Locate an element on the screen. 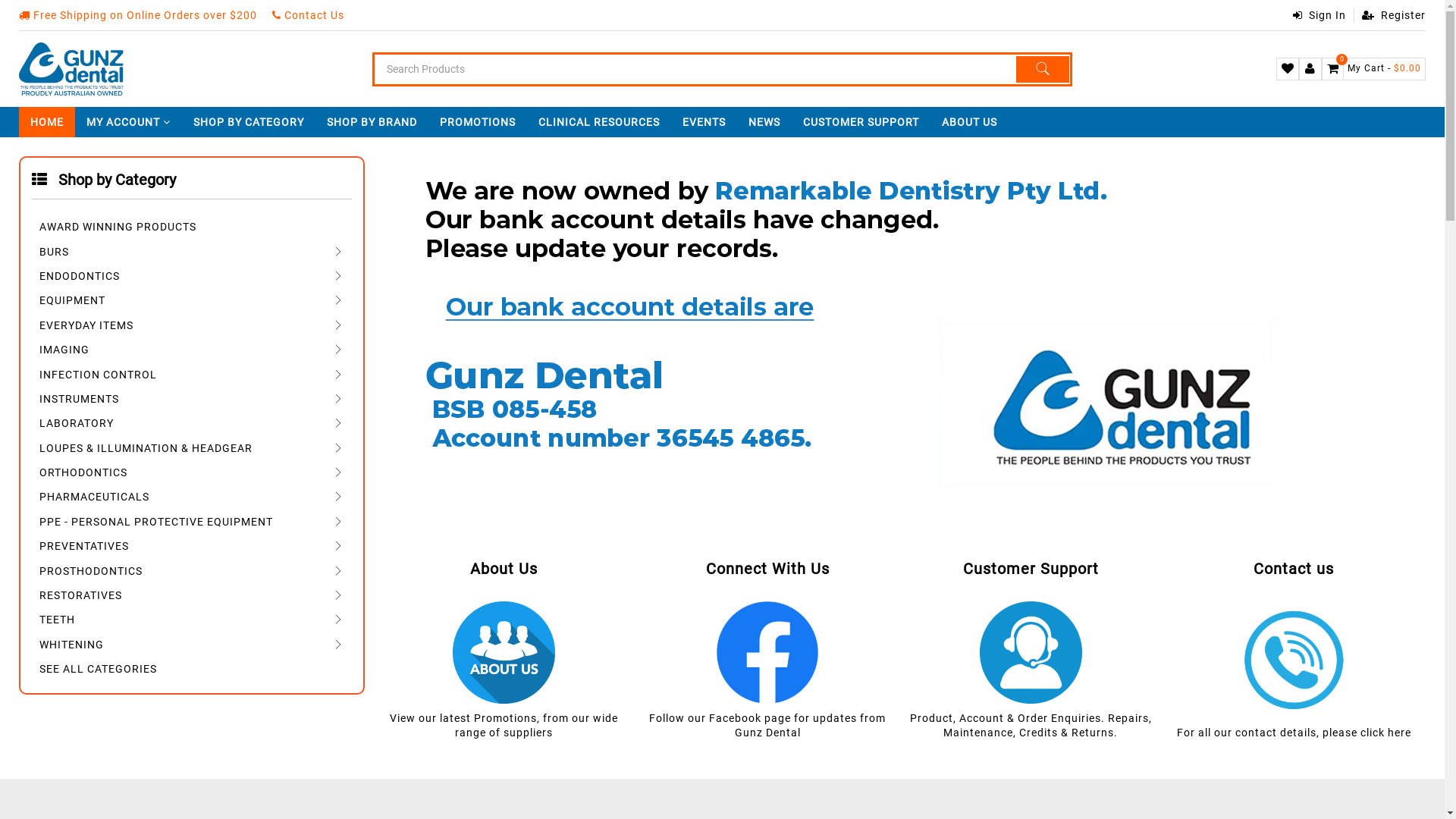 Image resolution: width=1456 pixels, height=819 pixels. 'NEWS' is located at coordinates (764, 121).